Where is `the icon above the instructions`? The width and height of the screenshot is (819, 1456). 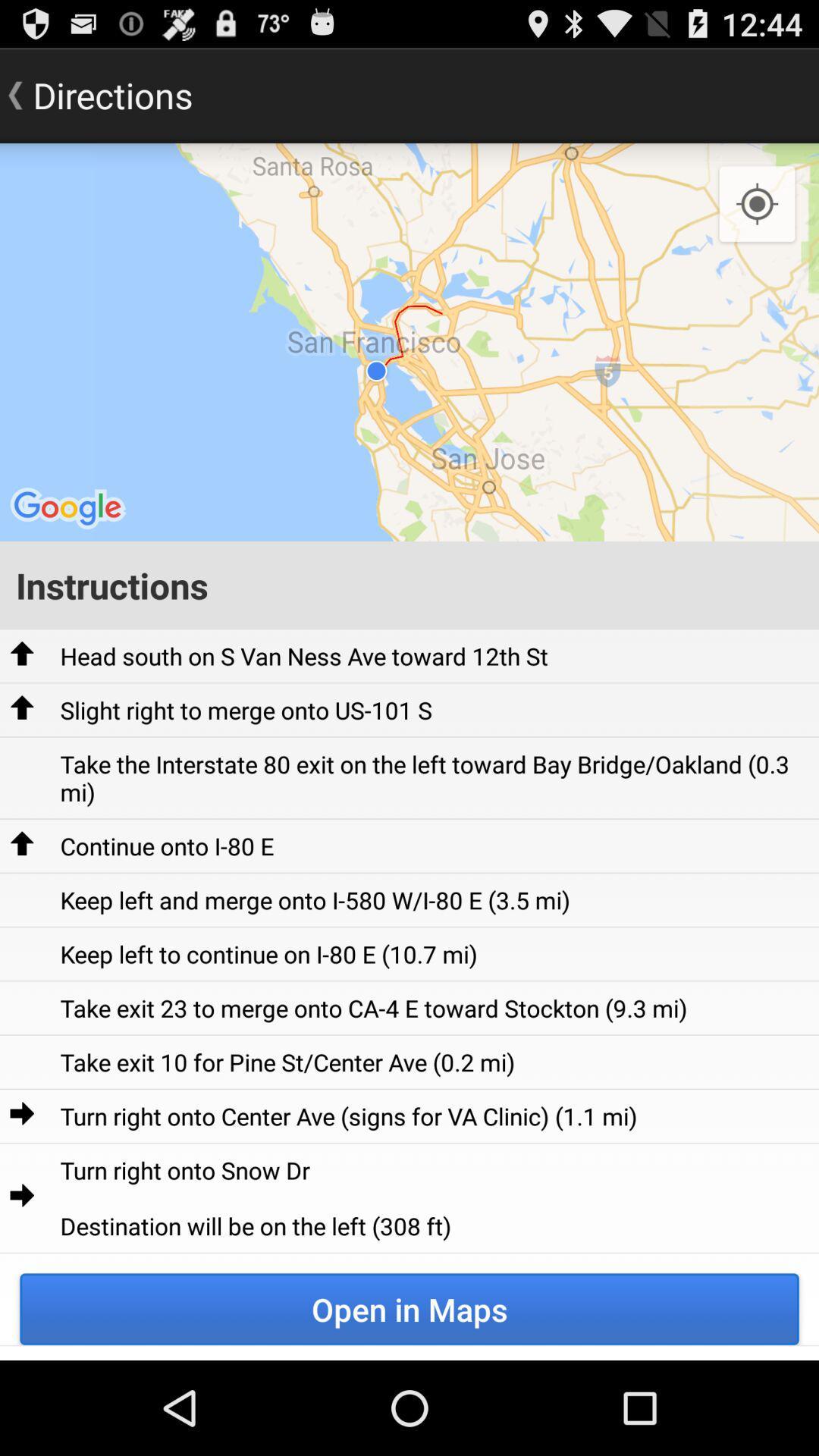
the icon above the instructions is located at coordinates (409, 341).